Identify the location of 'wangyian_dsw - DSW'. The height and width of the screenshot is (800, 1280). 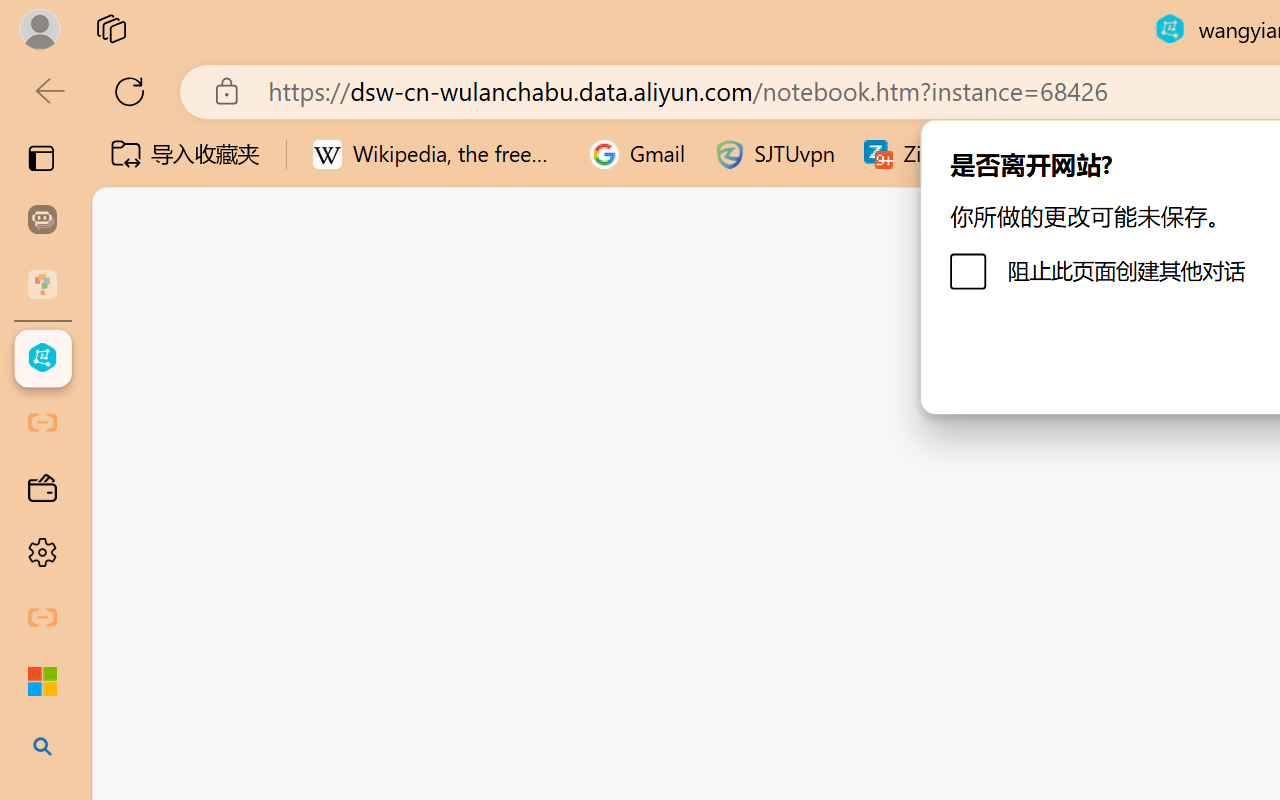
(42, 358).